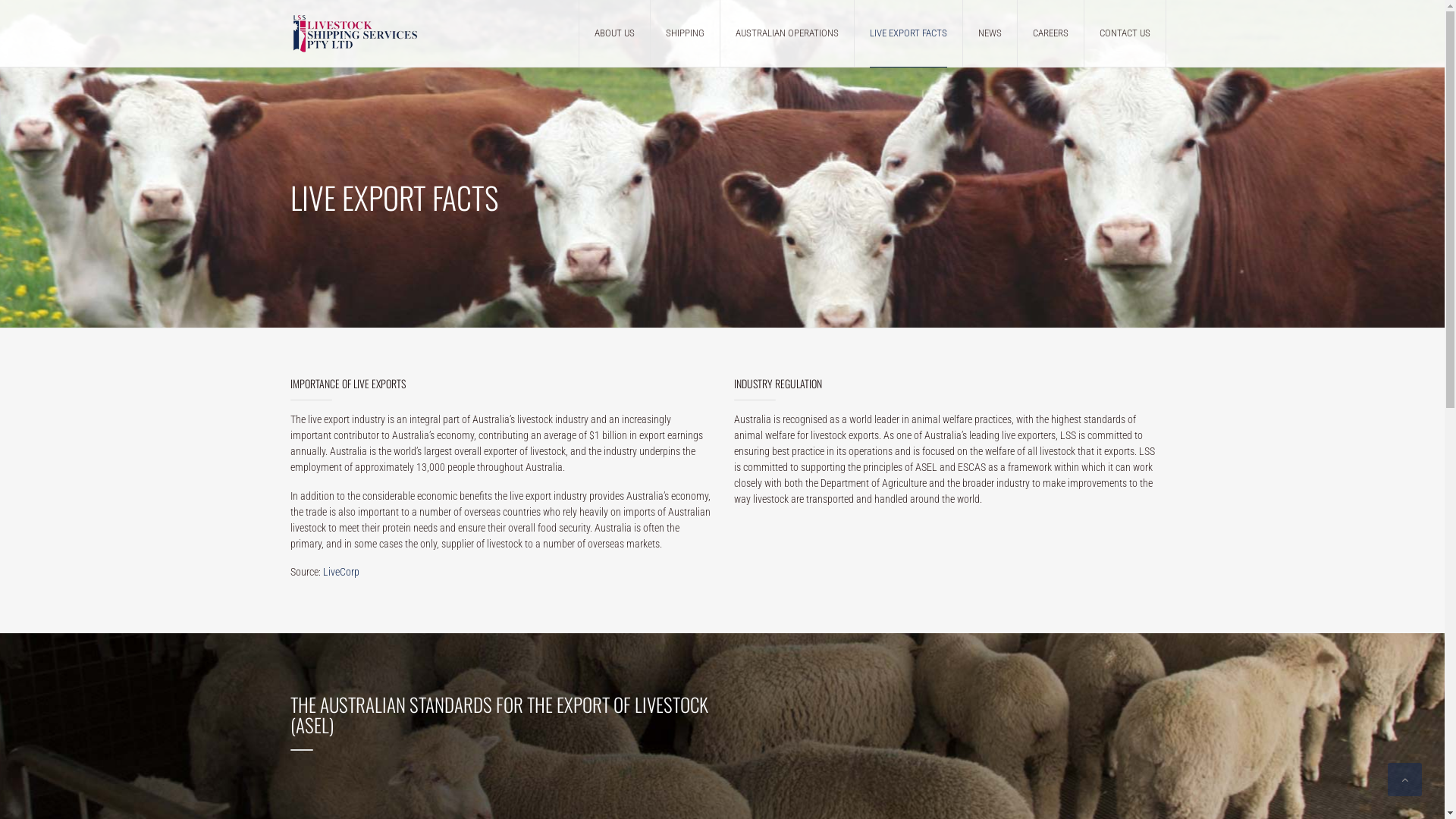  Describe the element at coordinates (786, 33) in the screenshot. I see `'AUSTRALIAN OPERATIONS'` at that location.